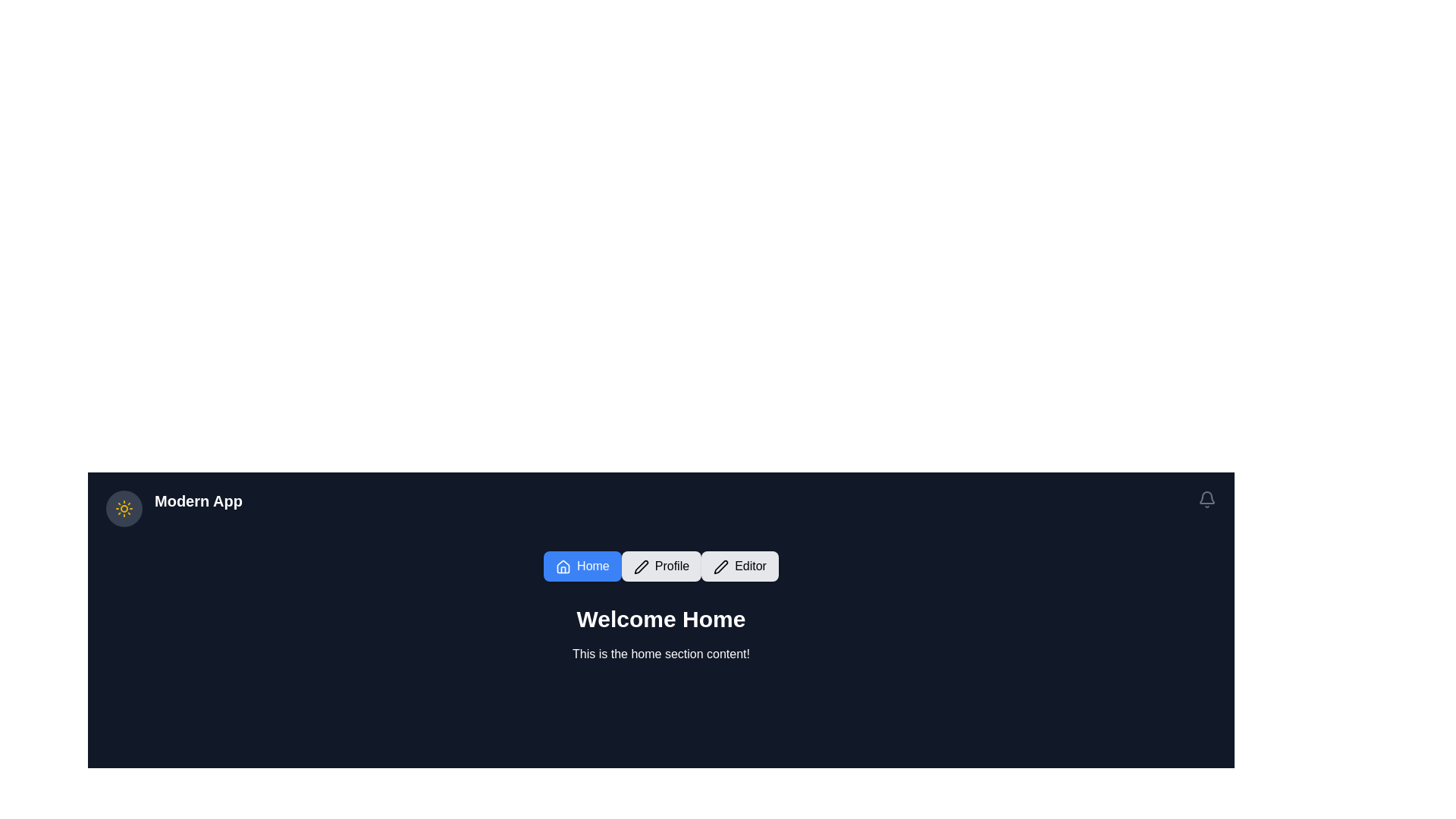  Describe the element at coordinates (1207, 500) in the screenshot. I see `the notification icon located at the rightmost edge of the header row, which is visually isolated from other elements` at that location.